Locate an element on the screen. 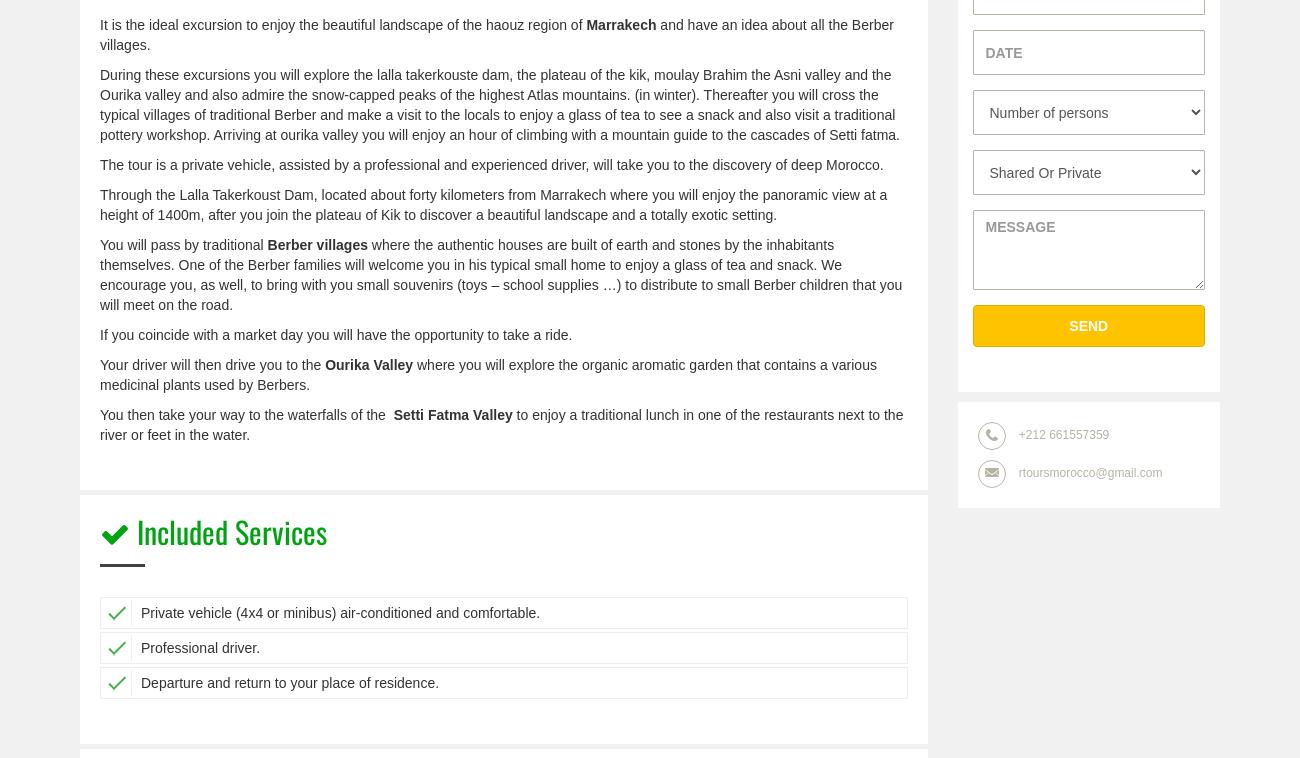 This screenshot has width=1300, height=758. 'rtoursmorocco@gmail.com' is located at coordinates (1087, 471).